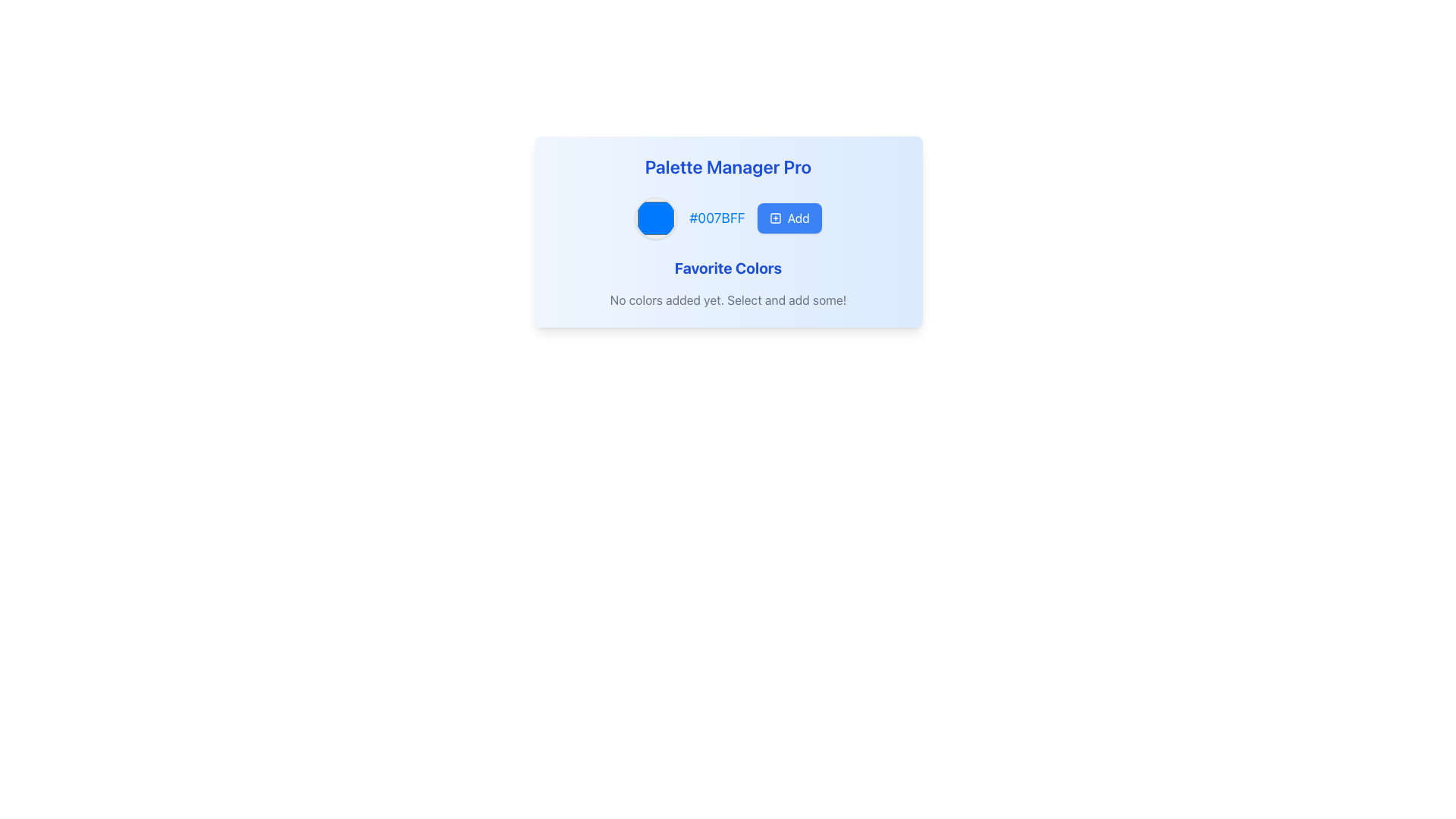  Describe the element at coordinates (728, 300) in the screenshot. I see `the textual instruction that reads 'No colors added yet. Select and add some!', which is displayed in light-gray color below the heading 'Favorite Colors'` at that location.